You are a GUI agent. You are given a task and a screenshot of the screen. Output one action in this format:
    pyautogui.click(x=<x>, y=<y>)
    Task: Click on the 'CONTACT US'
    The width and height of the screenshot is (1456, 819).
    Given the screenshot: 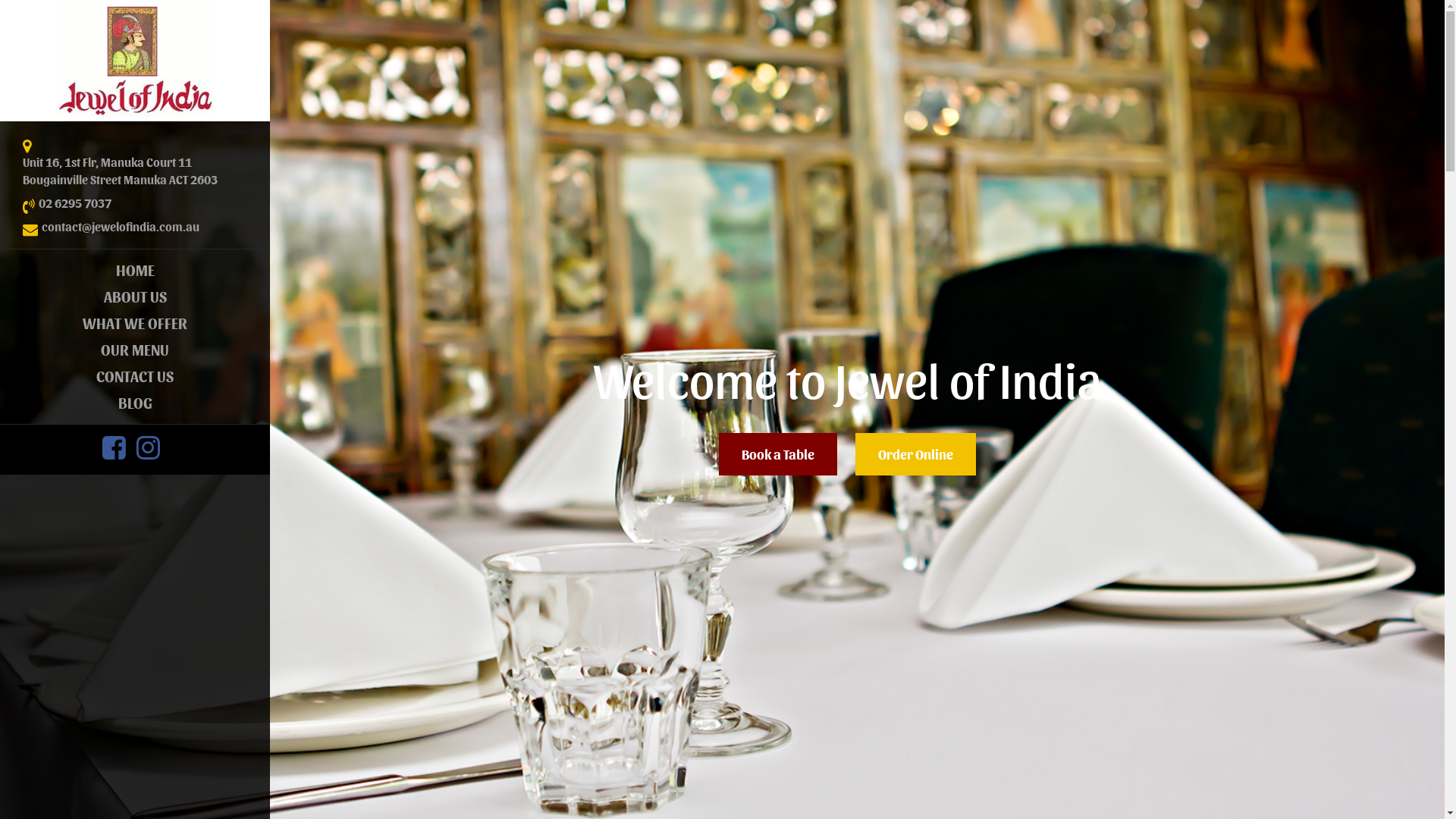 What is the action you would take?
    pyautogui.click(x=134, y=375)
    